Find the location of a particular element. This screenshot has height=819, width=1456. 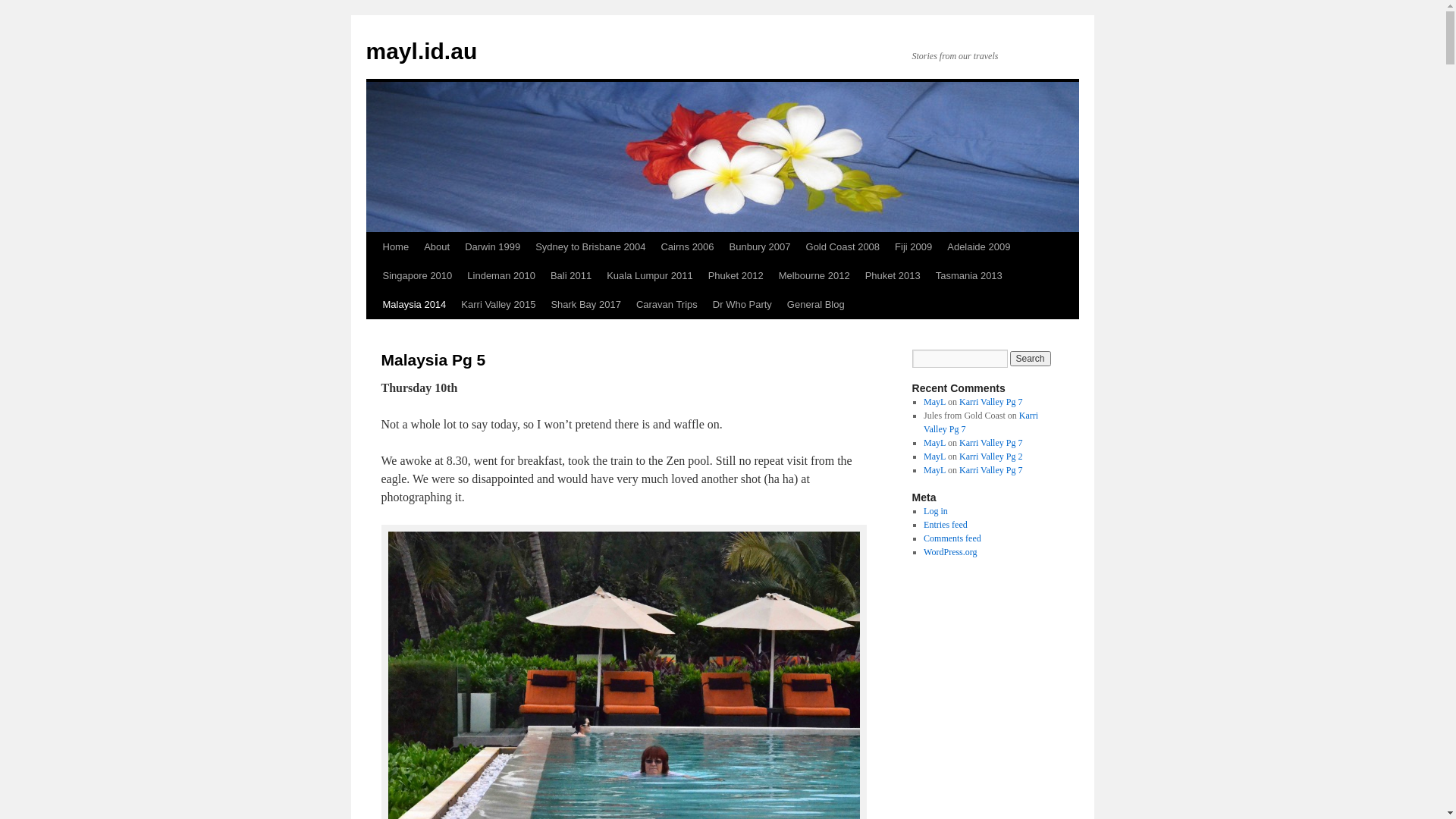

'Comments feed' is located at coordinates (952, 537).